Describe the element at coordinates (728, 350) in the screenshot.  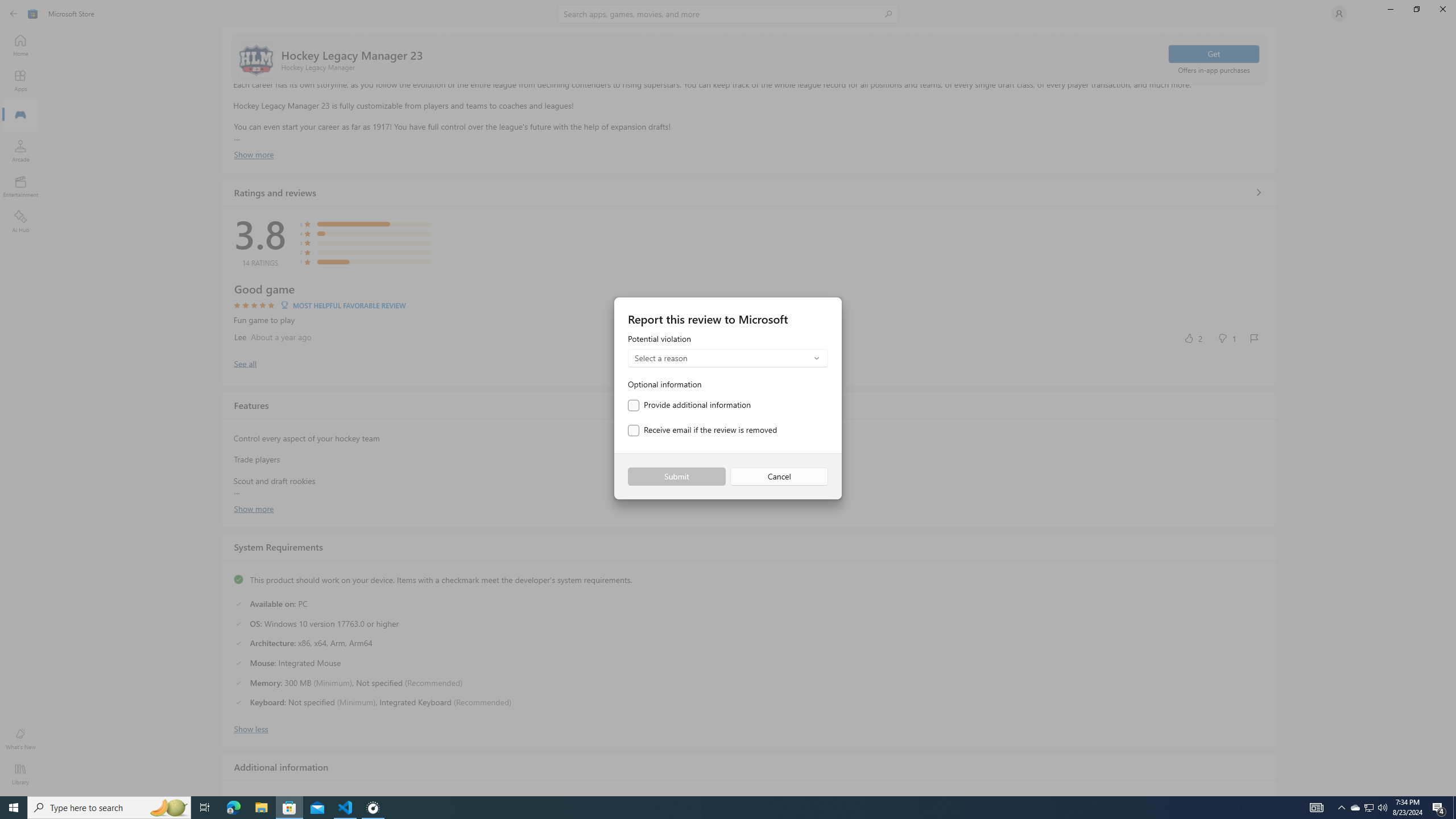
I see `'Potential violation'` at that location.